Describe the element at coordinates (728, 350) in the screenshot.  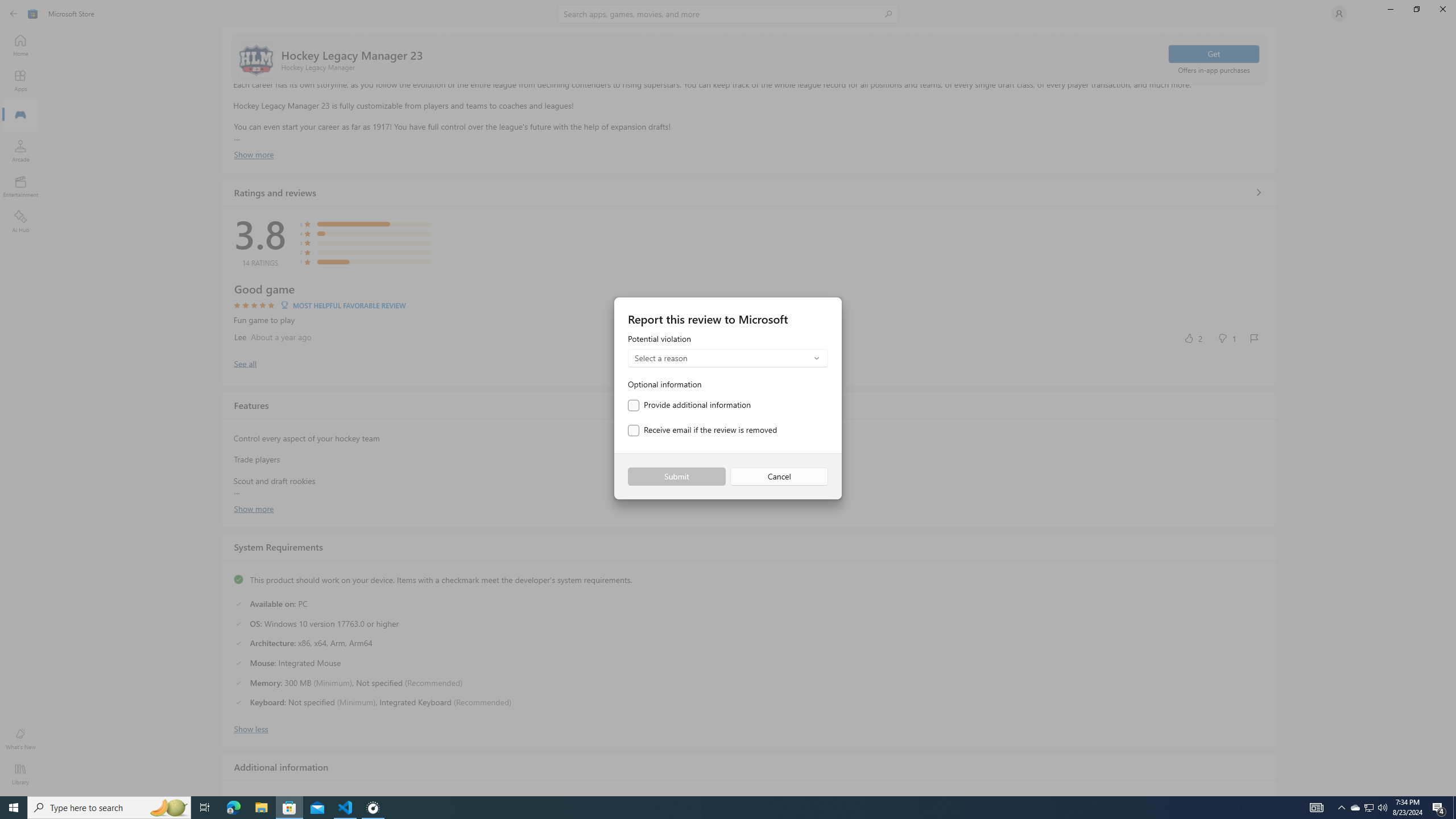
I see `'Potential violation'` at that location.